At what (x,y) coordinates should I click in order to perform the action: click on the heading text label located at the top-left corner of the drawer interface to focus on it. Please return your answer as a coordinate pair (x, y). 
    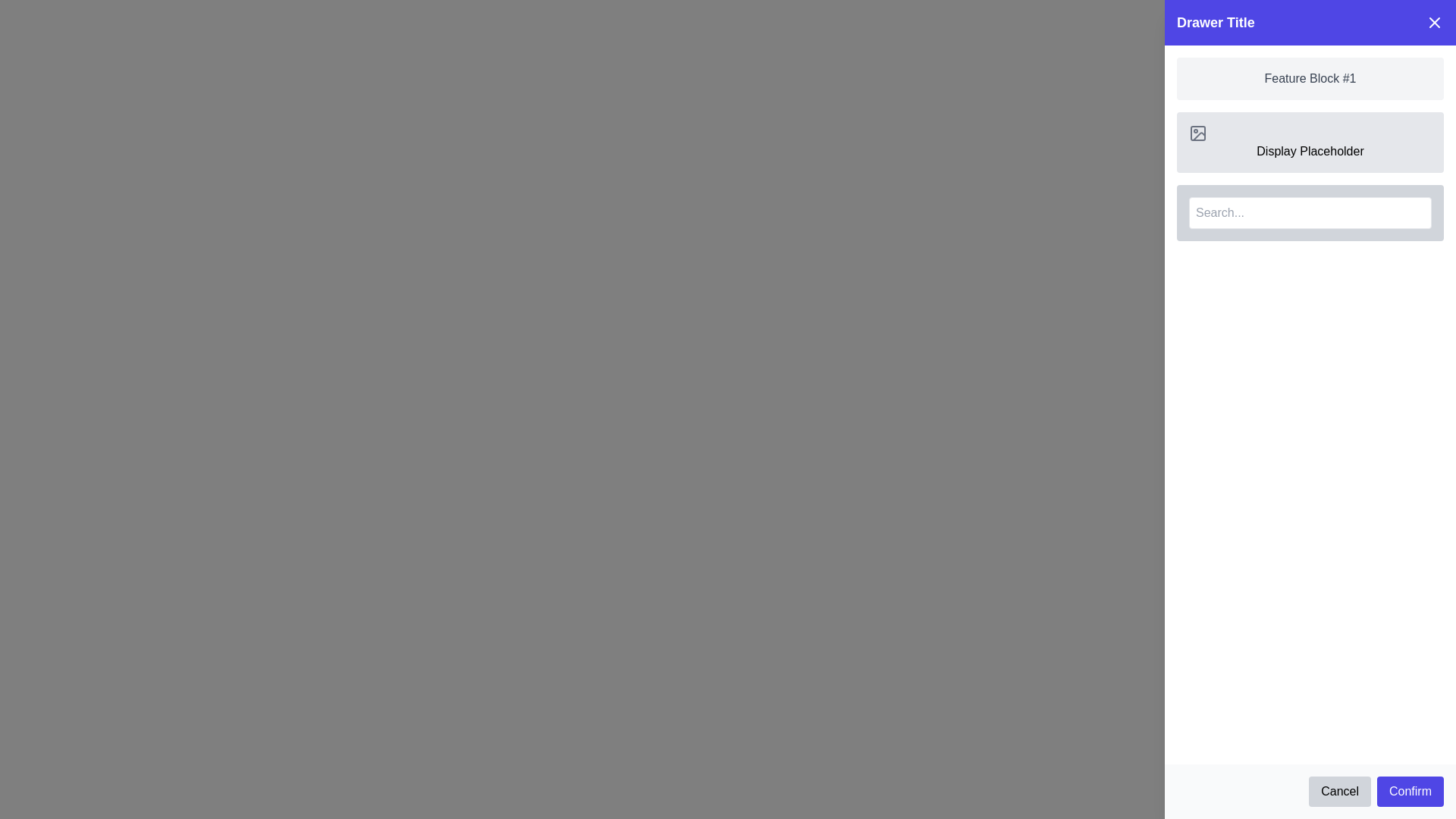
    Looking at the image, I should click on (1216, 23).